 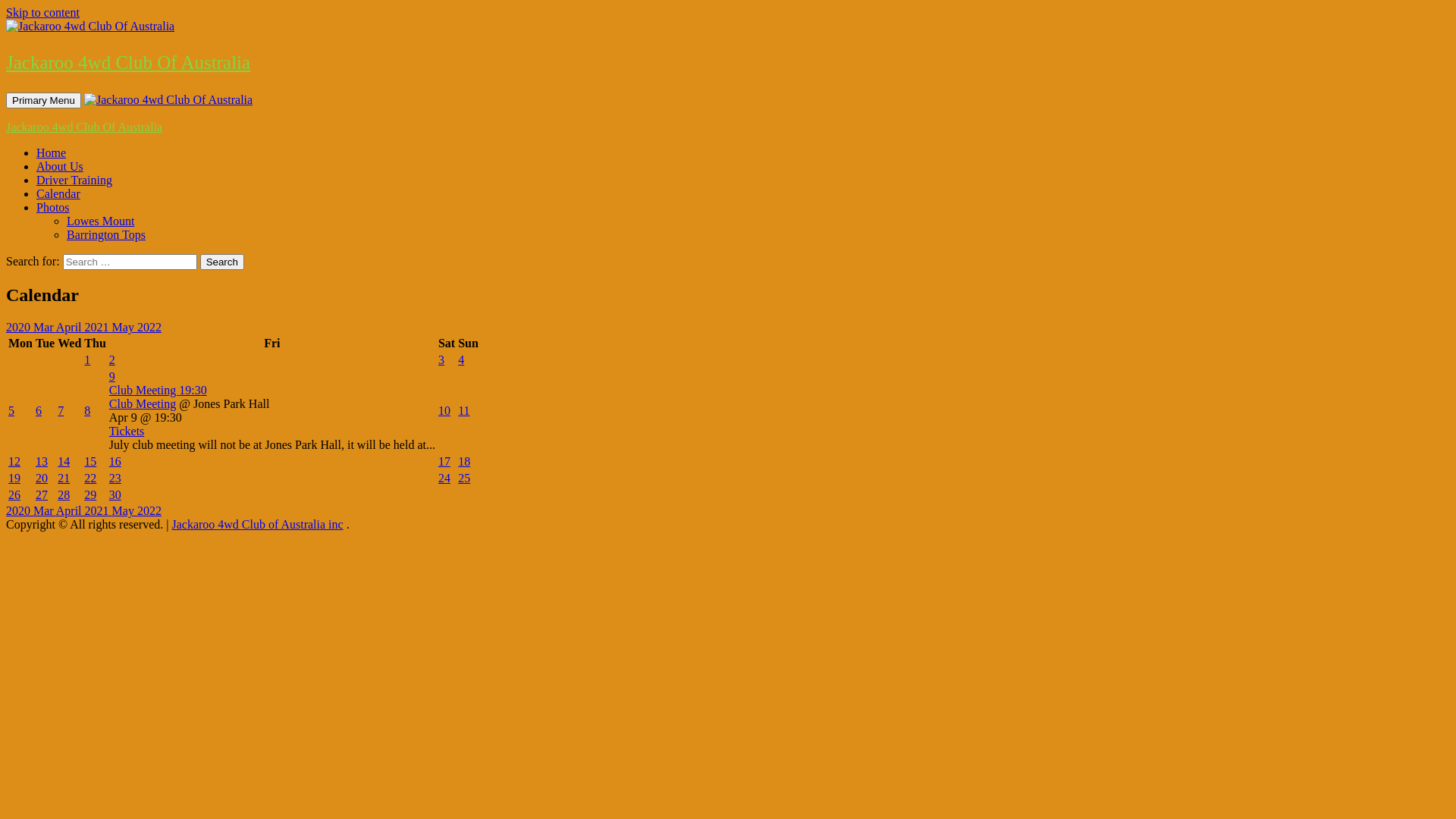 I want to click on 'Jackaroo 4wd Club Of Australia', so click(x=127, y=61).